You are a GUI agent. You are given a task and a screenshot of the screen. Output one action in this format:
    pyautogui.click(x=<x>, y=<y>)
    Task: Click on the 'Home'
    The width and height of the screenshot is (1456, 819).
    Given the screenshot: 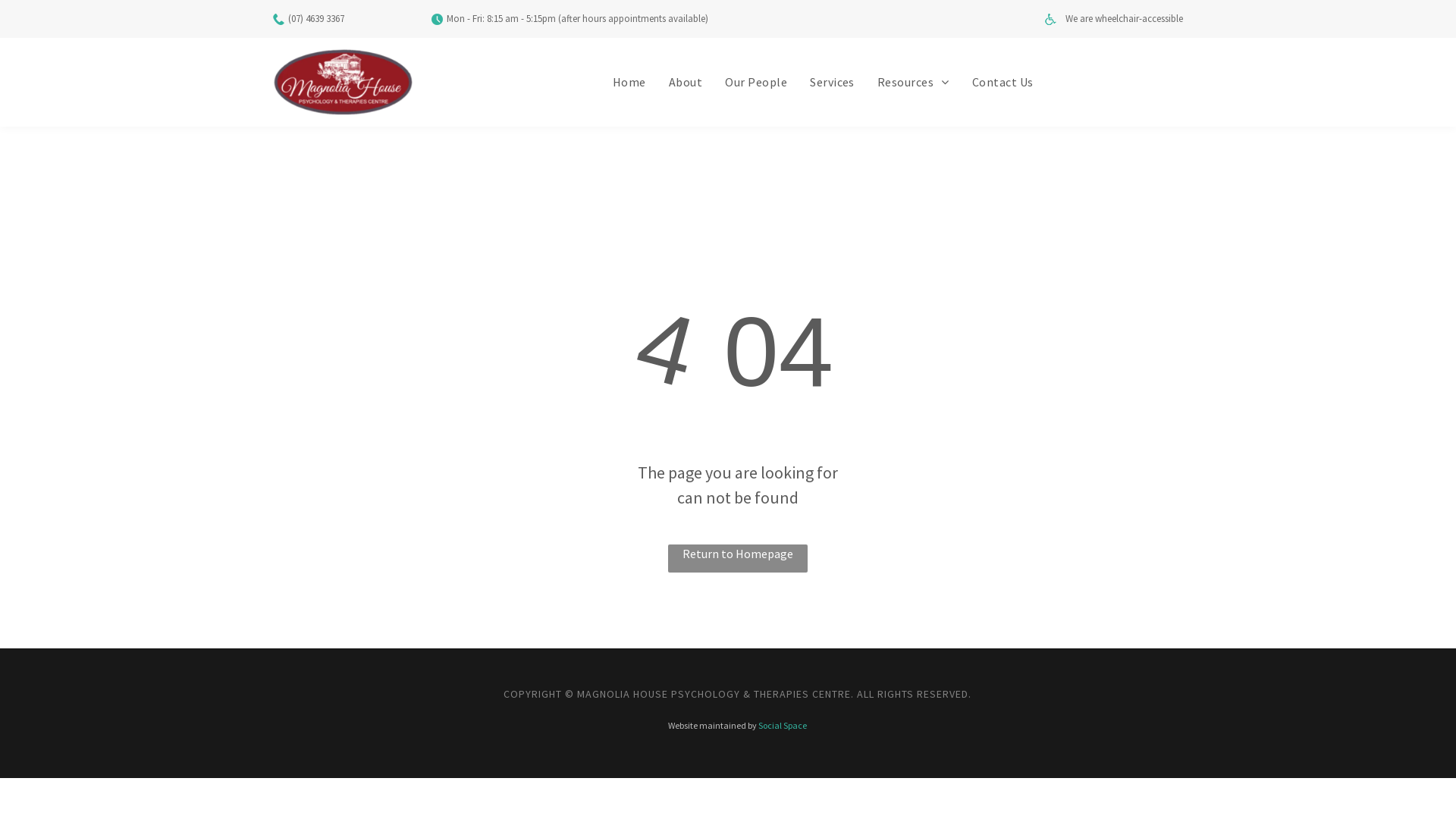 What is the action you would take?
    pyautogui.click(x=600, y=82)
    